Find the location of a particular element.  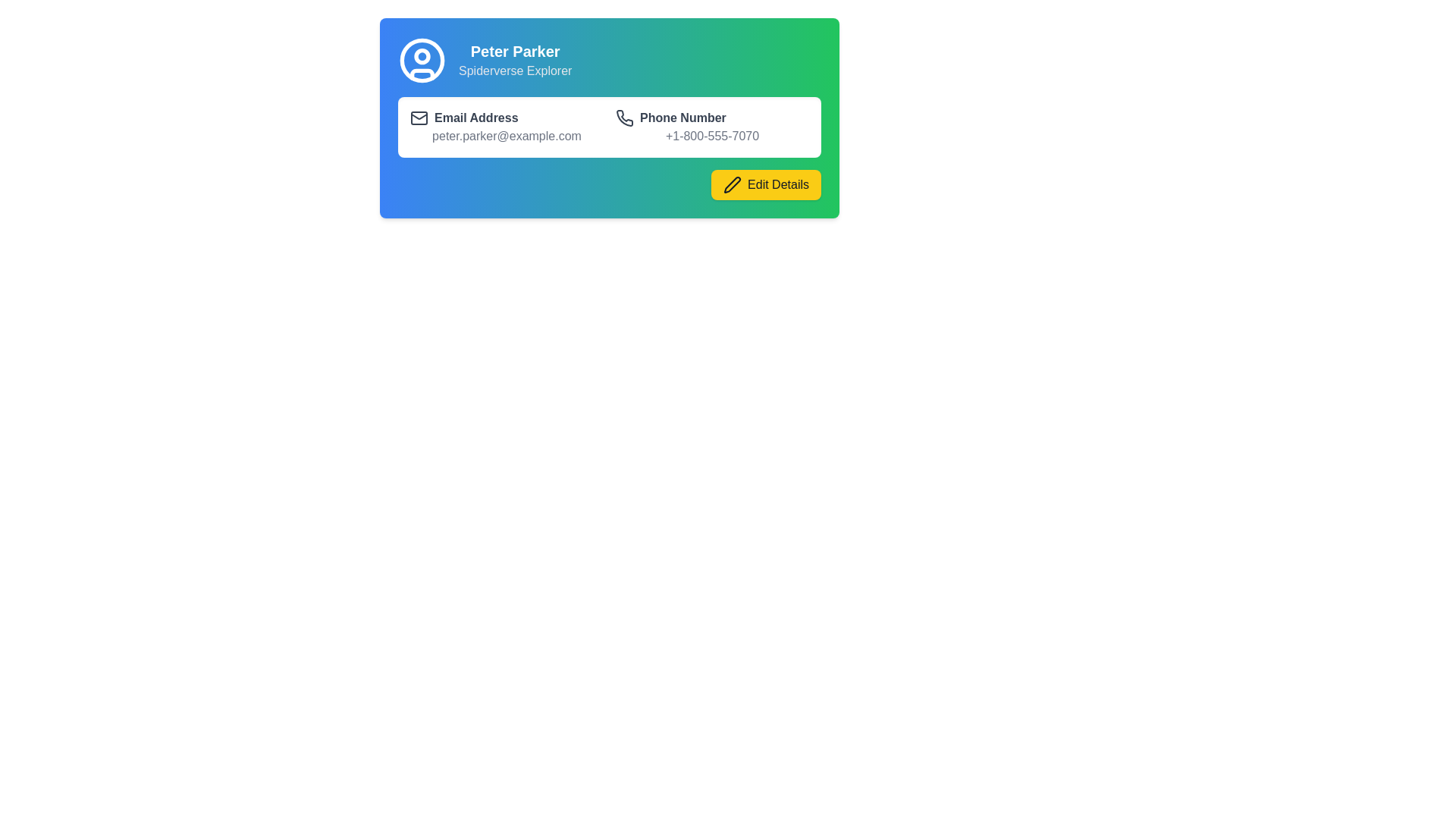

text from the Text Label that serves as the primary identifier of the user profile, located at the top-left of the profile overview box is located at coordinates (515, 51).